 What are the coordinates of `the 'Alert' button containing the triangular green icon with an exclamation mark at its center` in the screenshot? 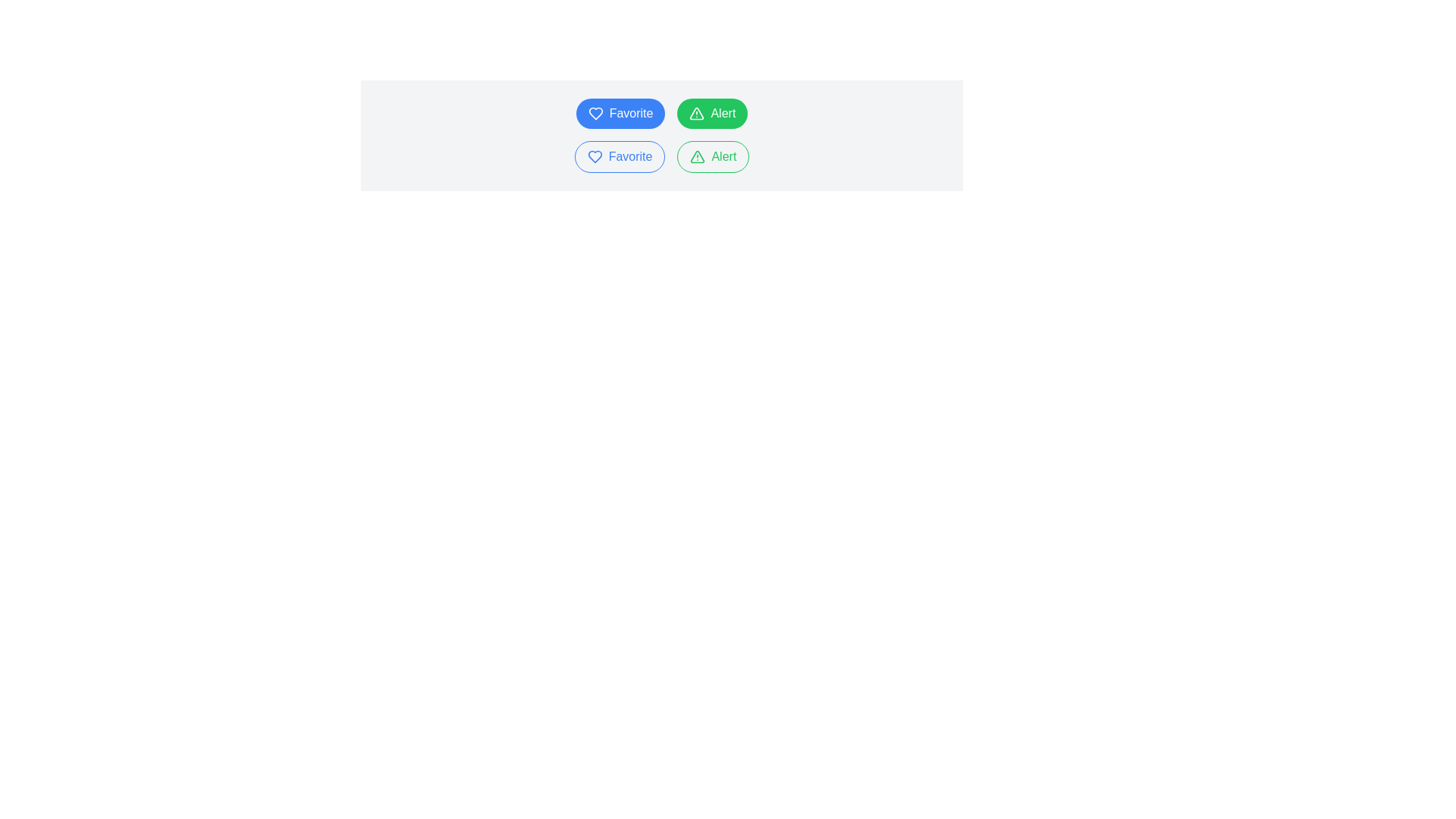 It's located at (695, 112).